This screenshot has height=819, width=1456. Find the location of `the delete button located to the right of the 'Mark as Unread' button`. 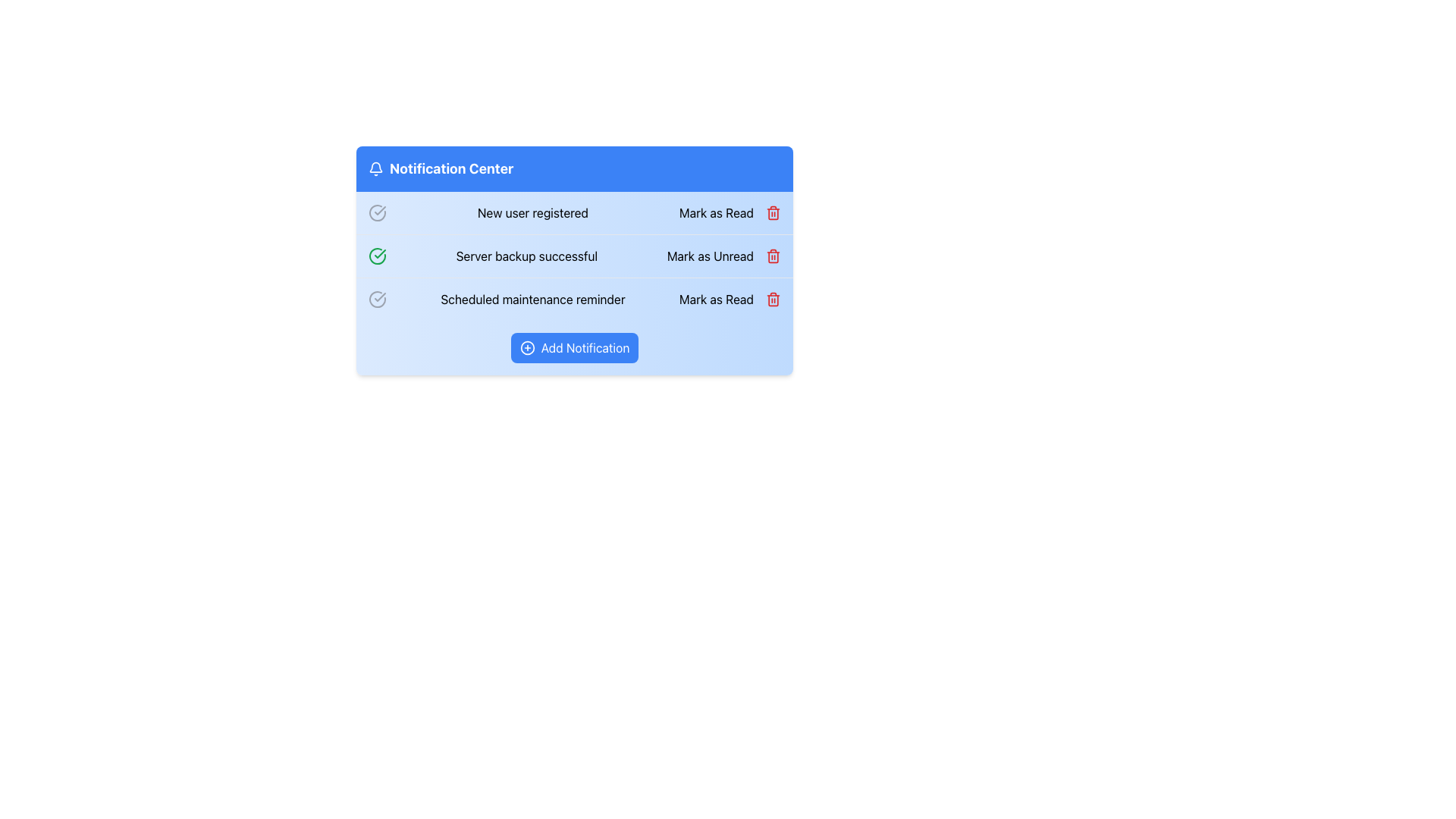

the delete button located to the right of the 'Mark as Unread' button is located at coordinates (773, 256).